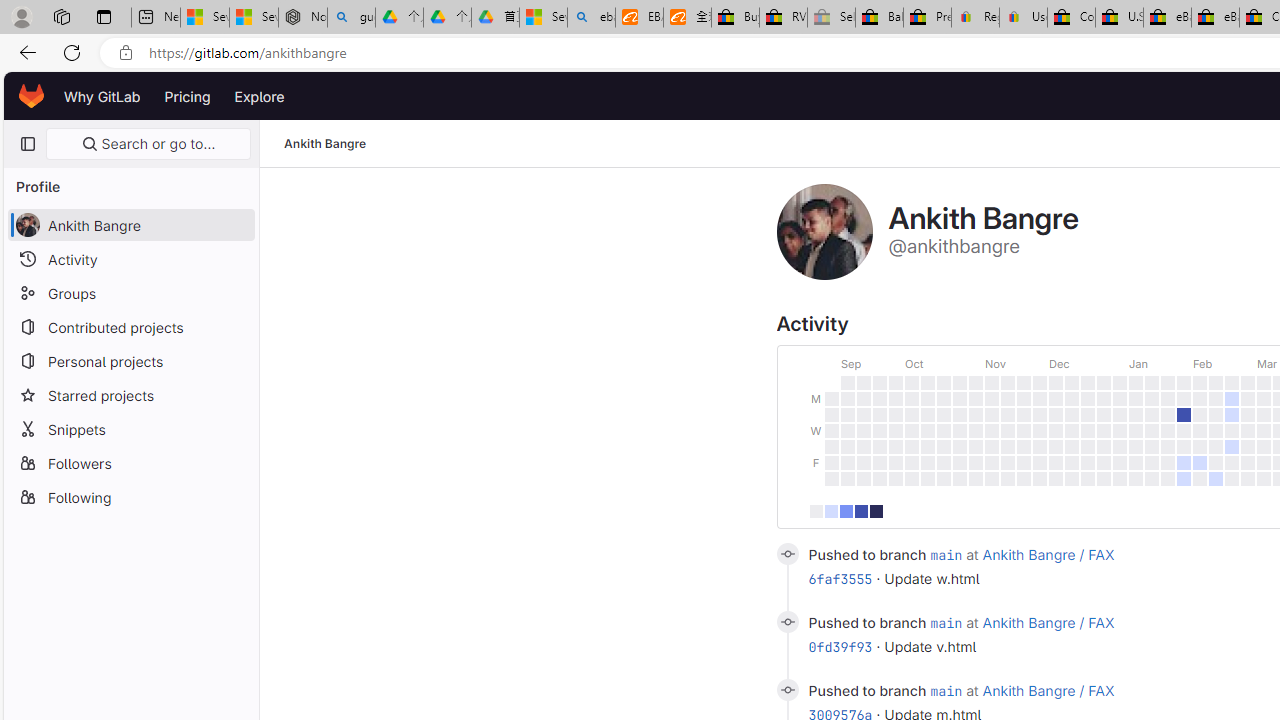 The image size is (1280, 720). I want to click on 'View site information', so click(125, 52).